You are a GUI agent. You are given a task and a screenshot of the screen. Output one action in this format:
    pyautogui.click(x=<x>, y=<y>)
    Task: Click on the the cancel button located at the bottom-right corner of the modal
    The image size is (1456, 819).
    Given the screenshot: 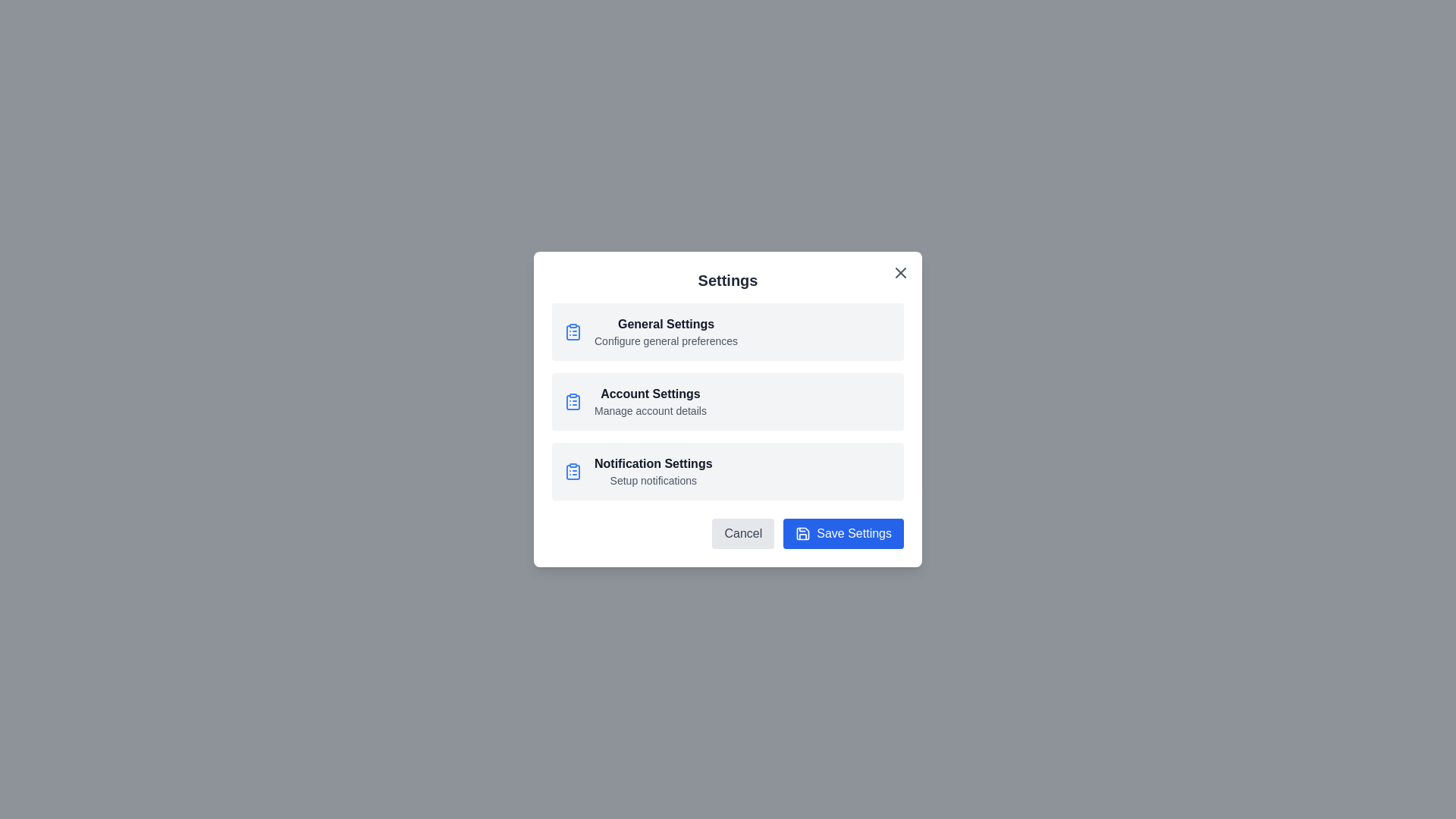 What is the action you would take?
    pyautogui.click(x=743, y=533)
    